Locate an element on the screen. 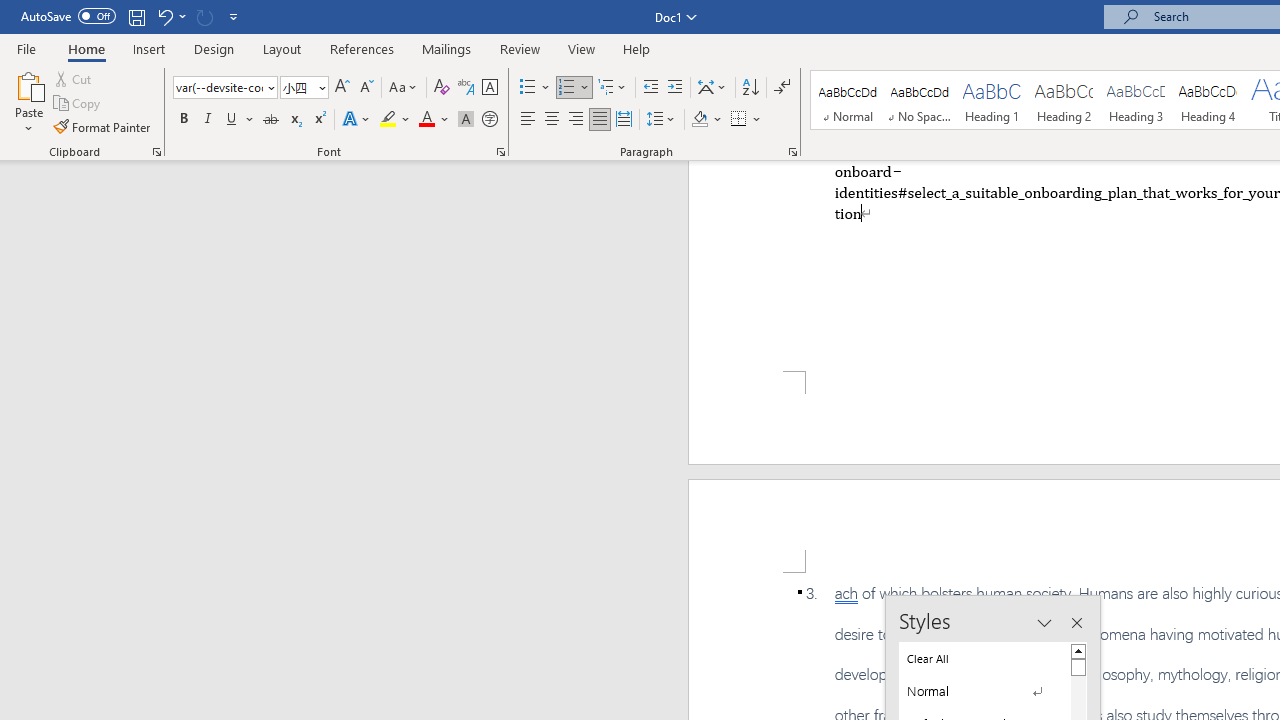 The width and height of the screenshot is (1280, 720). 'References' is located at coordinates (362, 48).